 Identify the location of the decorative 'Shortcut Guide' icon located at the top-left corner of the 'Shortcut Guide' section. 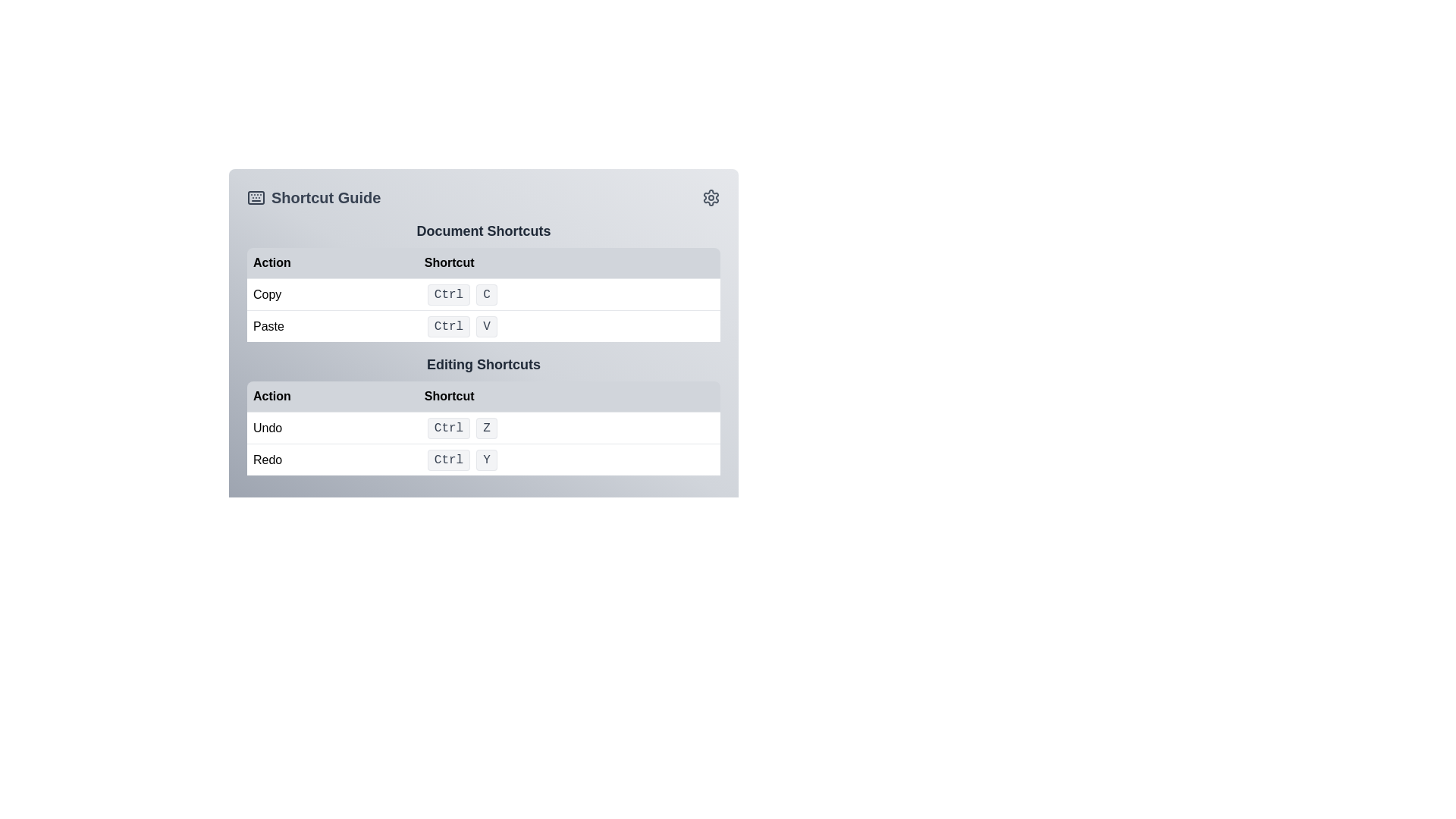
(256, 197).